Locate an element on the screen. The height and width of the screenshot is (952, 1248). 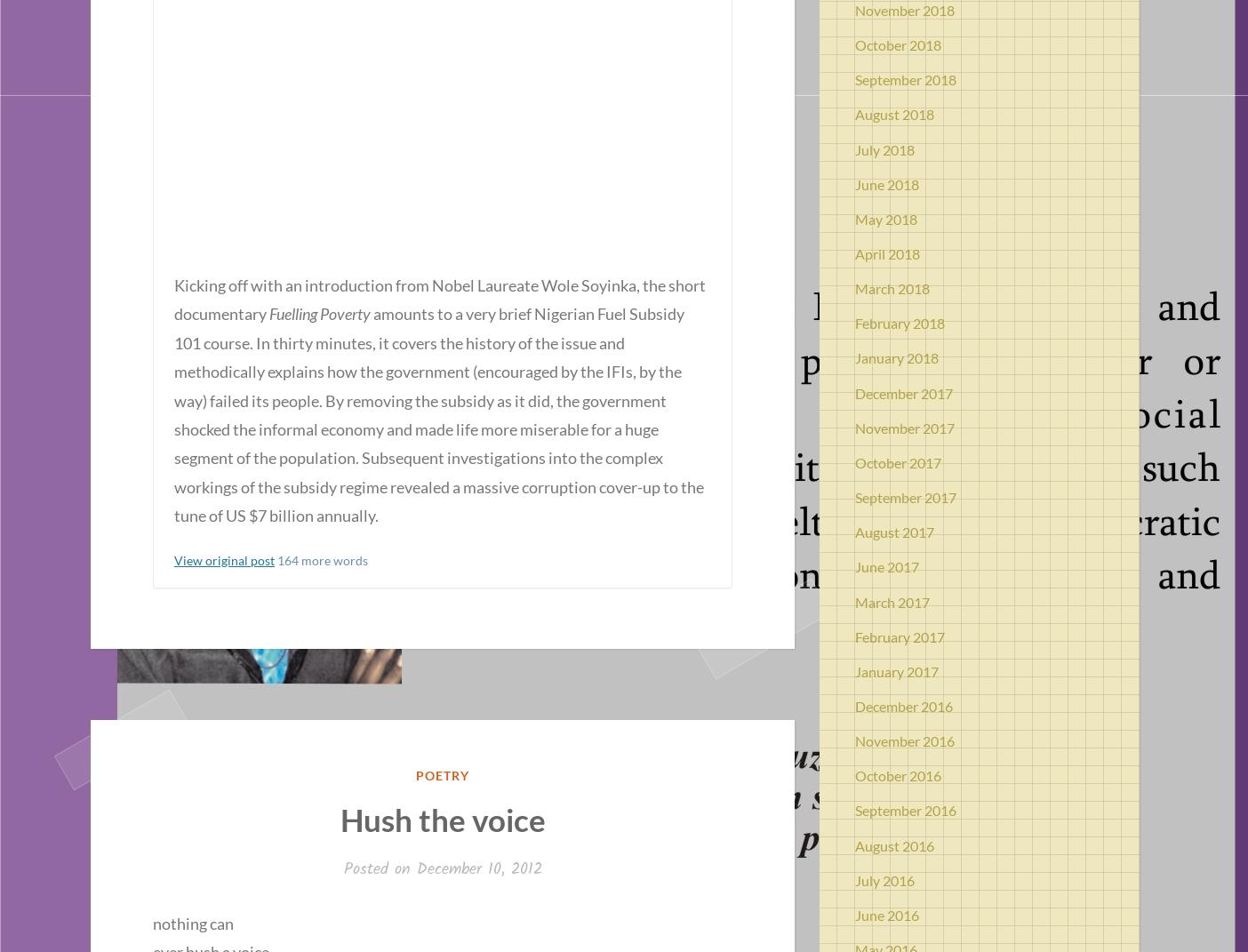
'March 2018' is located at coordinates (892, 287).